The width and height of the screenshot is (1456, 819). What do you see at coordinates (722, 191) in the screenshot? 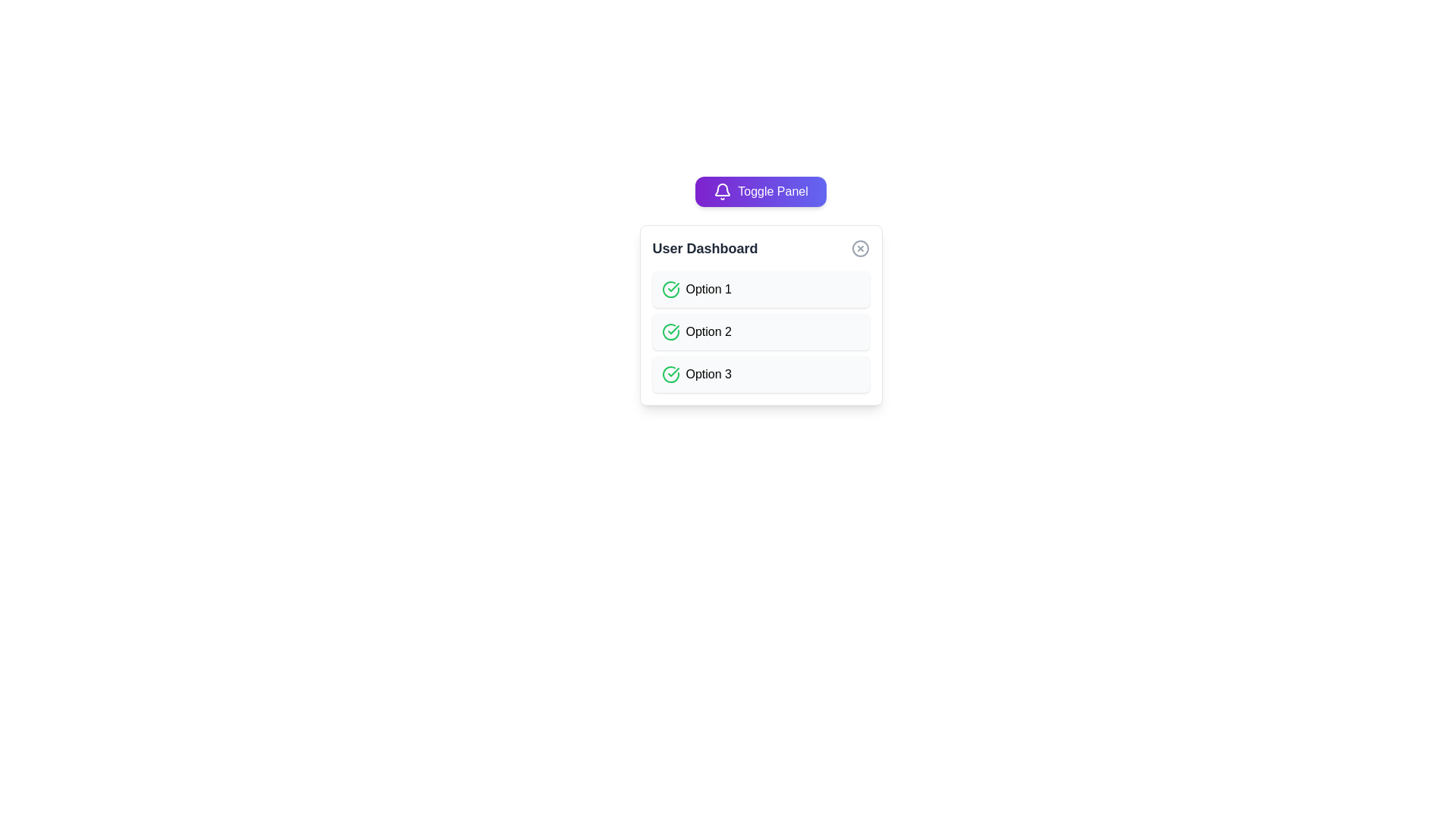
I see `the bell-shaped icon with a modern outline style, which is white on a purple background and located to the left of the 'Toggle Panel' text` at bounding box center [722, 191].